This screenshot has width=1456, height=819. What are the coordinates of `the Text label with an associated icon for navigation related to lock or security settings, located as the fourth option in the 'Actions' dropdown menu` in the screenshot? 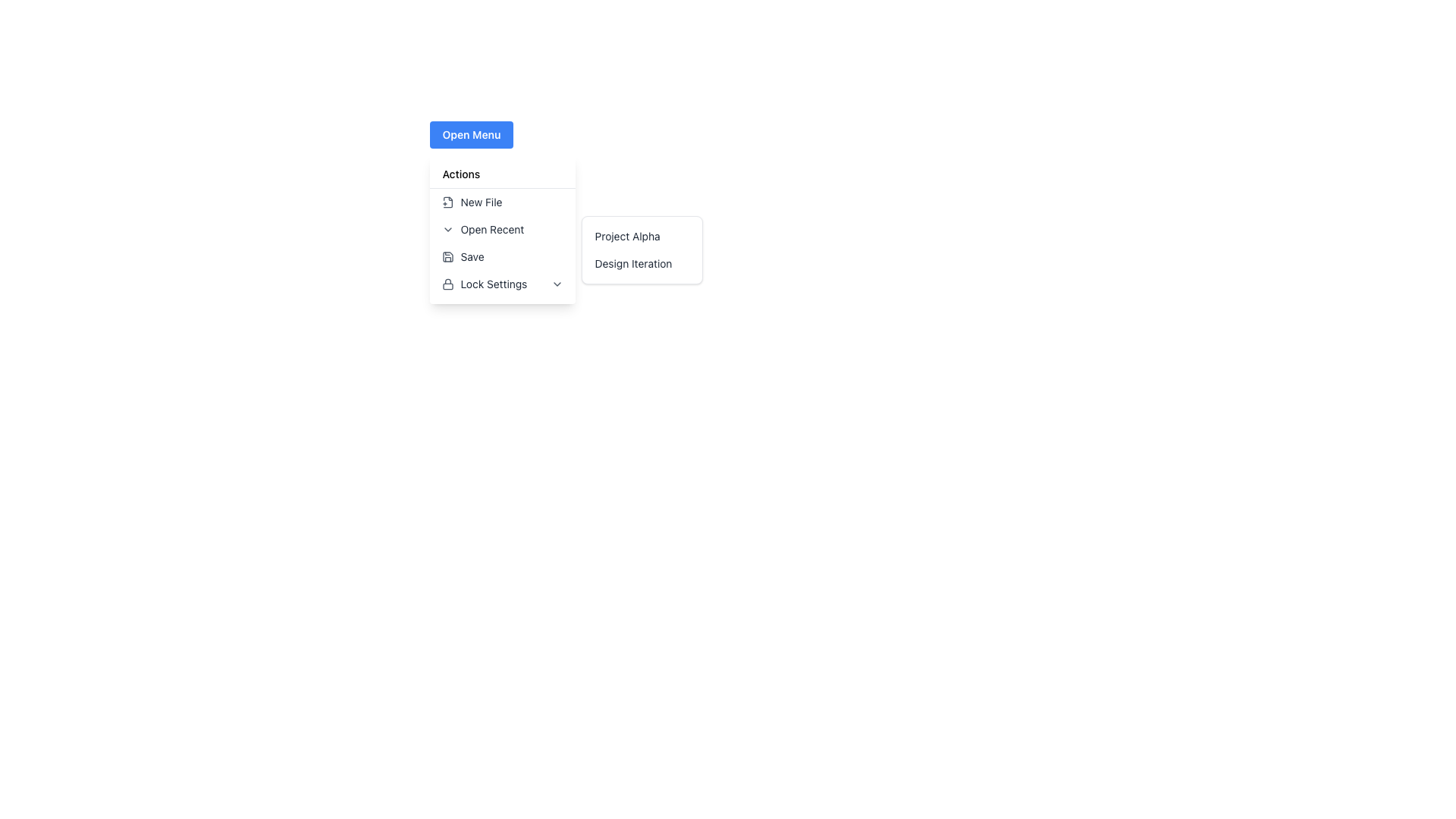 It's located at (484, 284).